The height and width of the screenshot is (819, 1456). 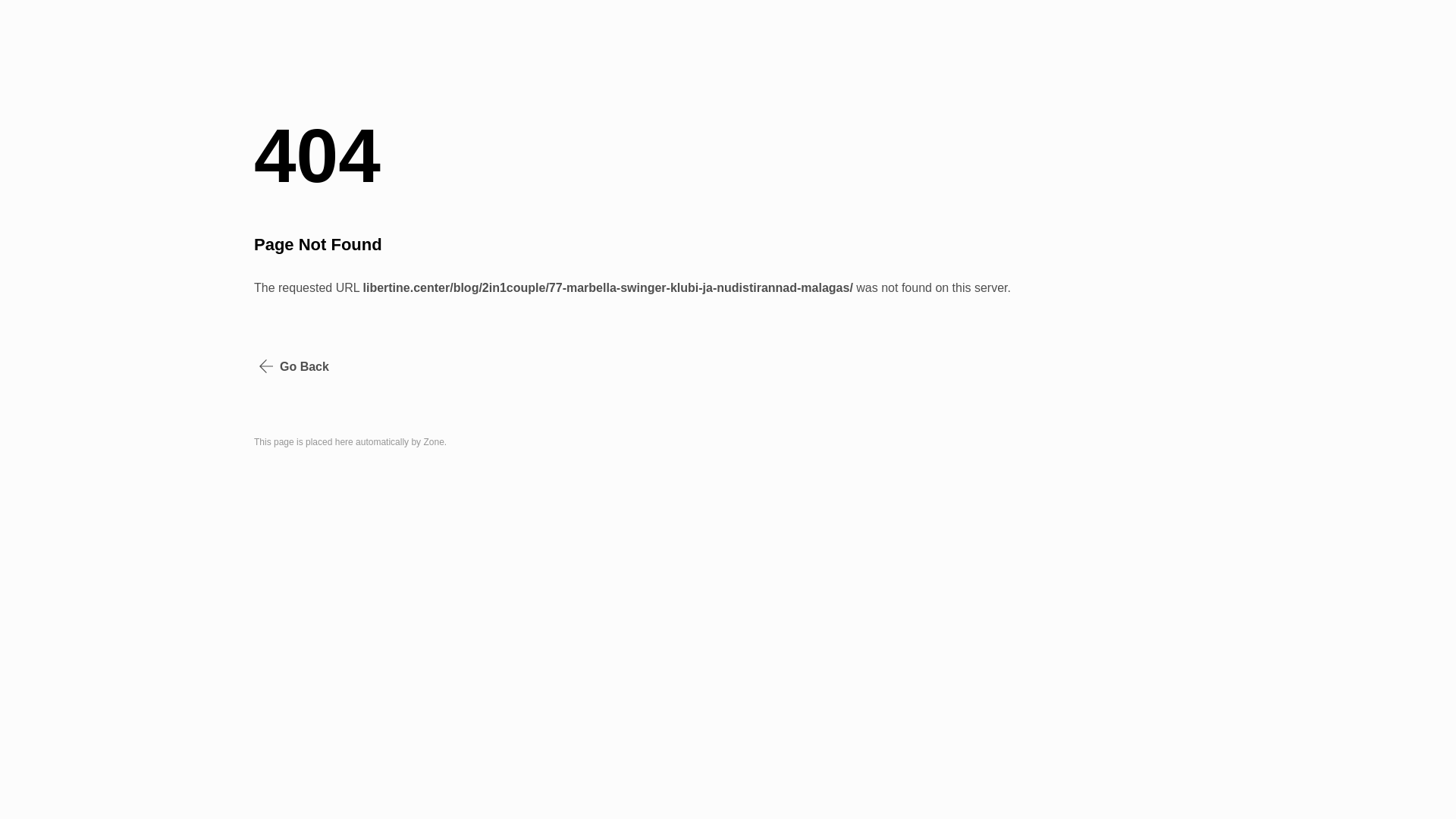 I want to click on 'Go Back', so click(x=293, y=366).